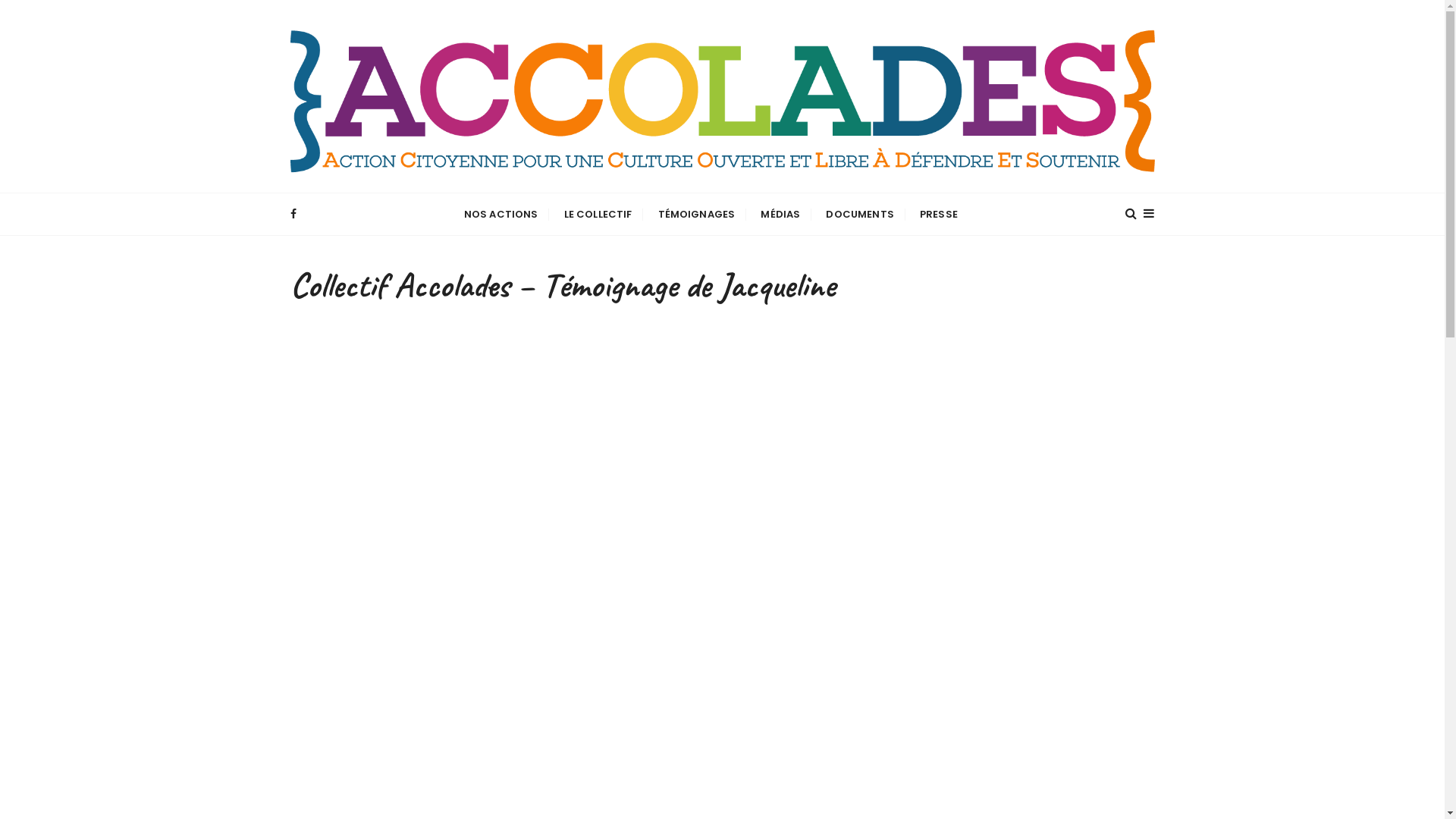 The image size is (1456, 819). What do you see at coordinates (597, 213) in the screenshot?
I see `'LE COLLECTIF'` at bounding box center [597, 213].